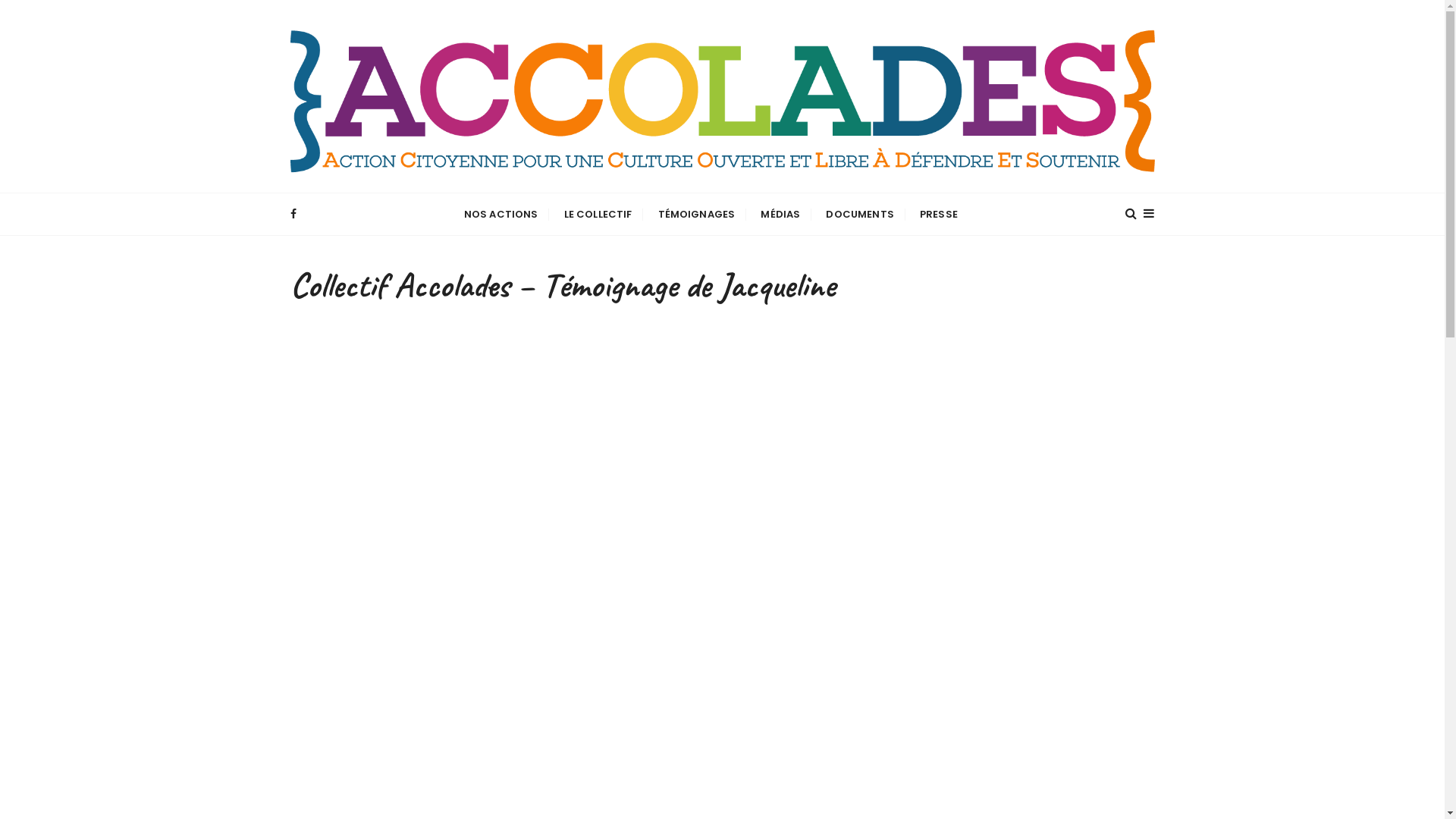 The image size is (1456, 819). What do you see at coordinates (597, 213) in the screenshot?
I see `'LE COLLECTIF'` at bounding box center [597, 213].